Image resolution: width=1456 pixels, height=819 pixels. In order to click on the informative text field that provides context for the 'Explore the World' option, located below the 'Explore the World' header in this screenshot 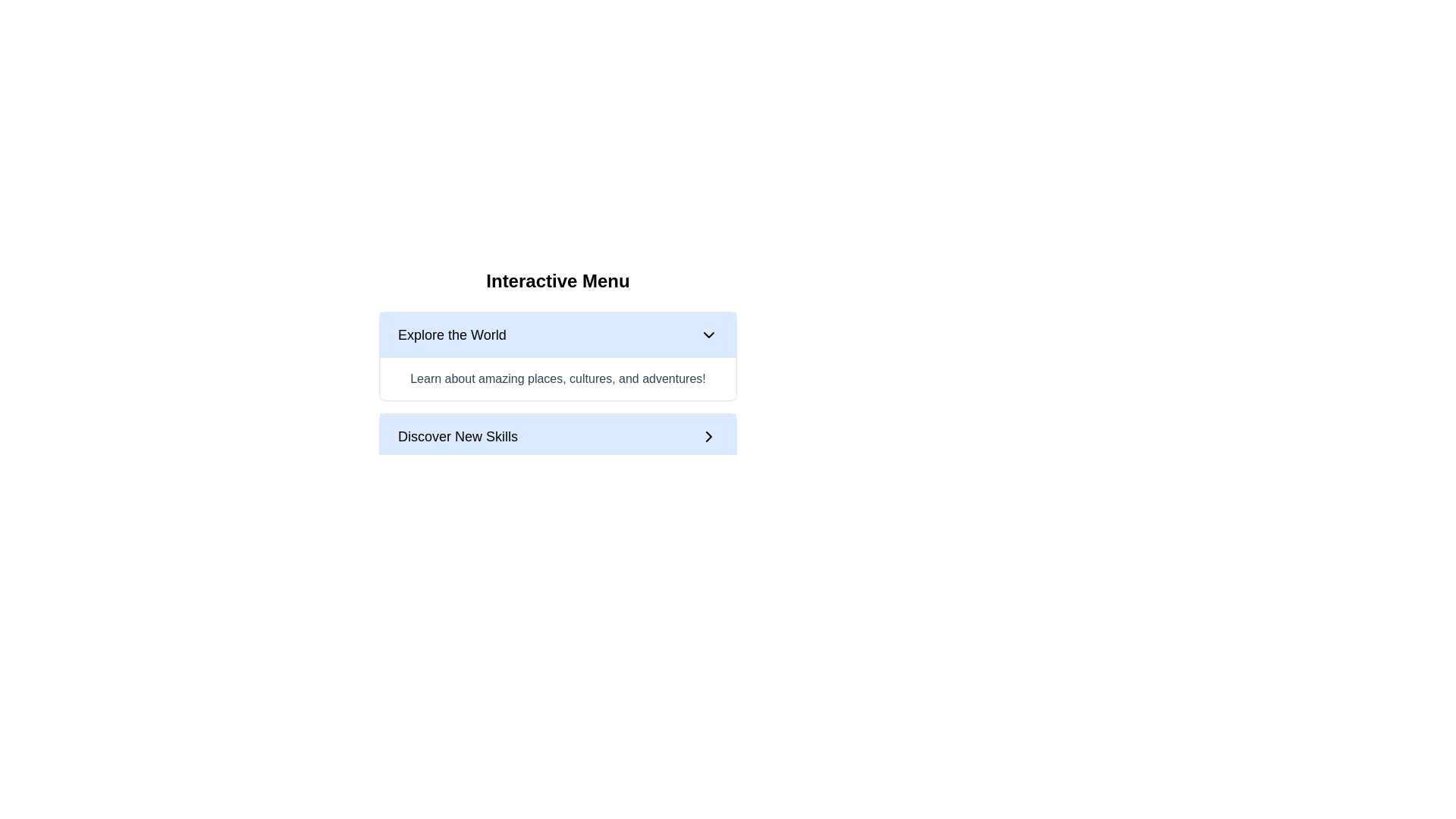, I will do `click(557, 378)`.